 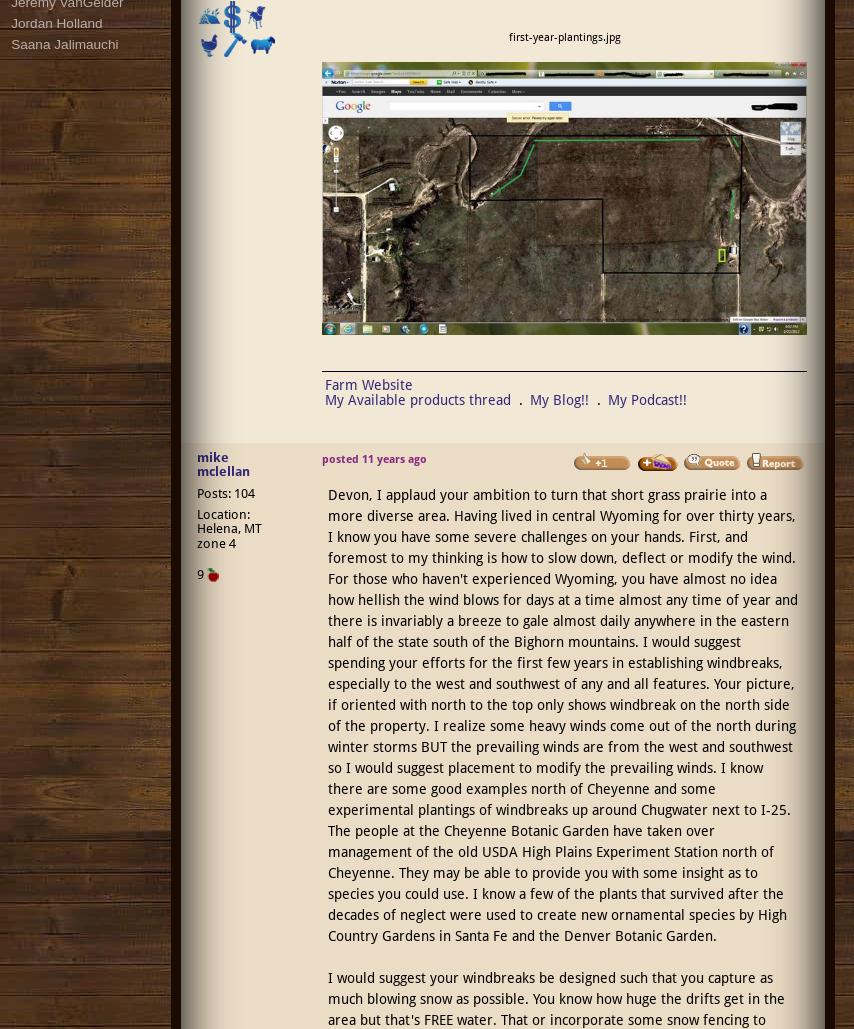 I want to click on 'Devon, I applaud your ambition to turn that short grass prairie into a more diverse area. Having lived in central Wyoming for over thirty years, I know you have some severe challenges on your hands. First, and foremost to my thinking is how to slow down, deflect or modify the wind. For those who haven't experienced Wyoming, you have almost no idea how hellish the wind blows for days at a time almost any time of year and there is invariably a breeze to gale almost daily anywhere in the eastern half of the state south of the Bighorn mountains. I would suggest spending your efforts for the first few years in establishing windbreaks, especially to the west and southwest of any and all features. Your picture, if oriented with north to the top only shows windbreak on the north side of the property. I realize some heavy winds come out of the north during winter storms BUT the prevailing winds are from the west and southwest so I would suggest placement to modify the prevailing winds.  I know there are some good examples north of Cheyenne and some experimental plantings of windbreaks up around Chugwater next to I-25. The people at the Cheyenne Botanic Garden have taken over management of the old USDA High Plains Experiment Station north of Cheyenne.  They may be able to provide you with some insight as to species you could use. I know a few of the plants that survived after the decades of neglect were used to create new ornamental species by High Country Gardens in Santa Fe and the Denver Botanic Garden.', so click(x=561, y=714).